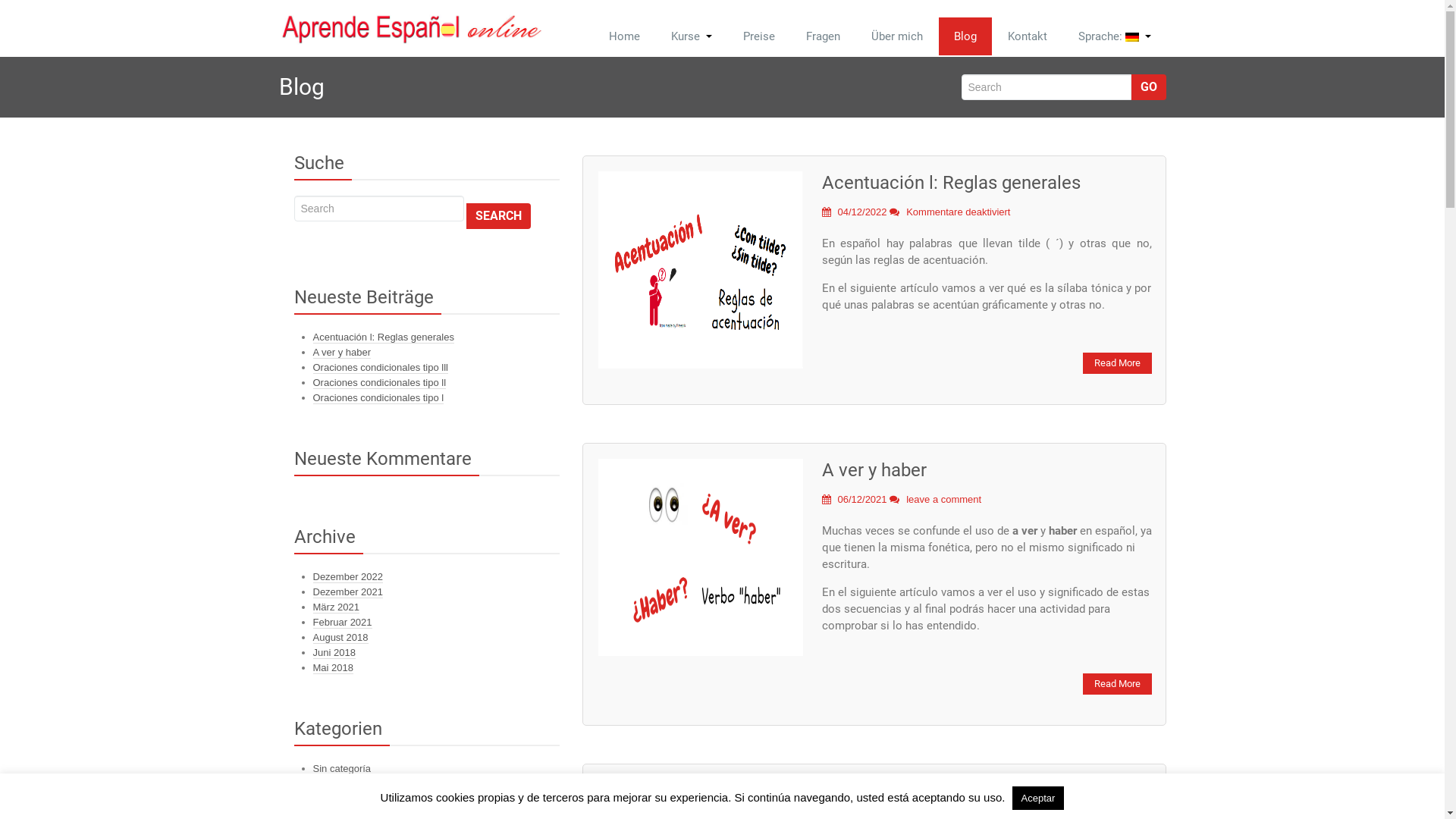 The image size is (1456, 819). What do you see at coordinates (312, 382) in the screenshot?
I see `'Oraciones condicionales tipo ll'` at bounding box center [312, 382].